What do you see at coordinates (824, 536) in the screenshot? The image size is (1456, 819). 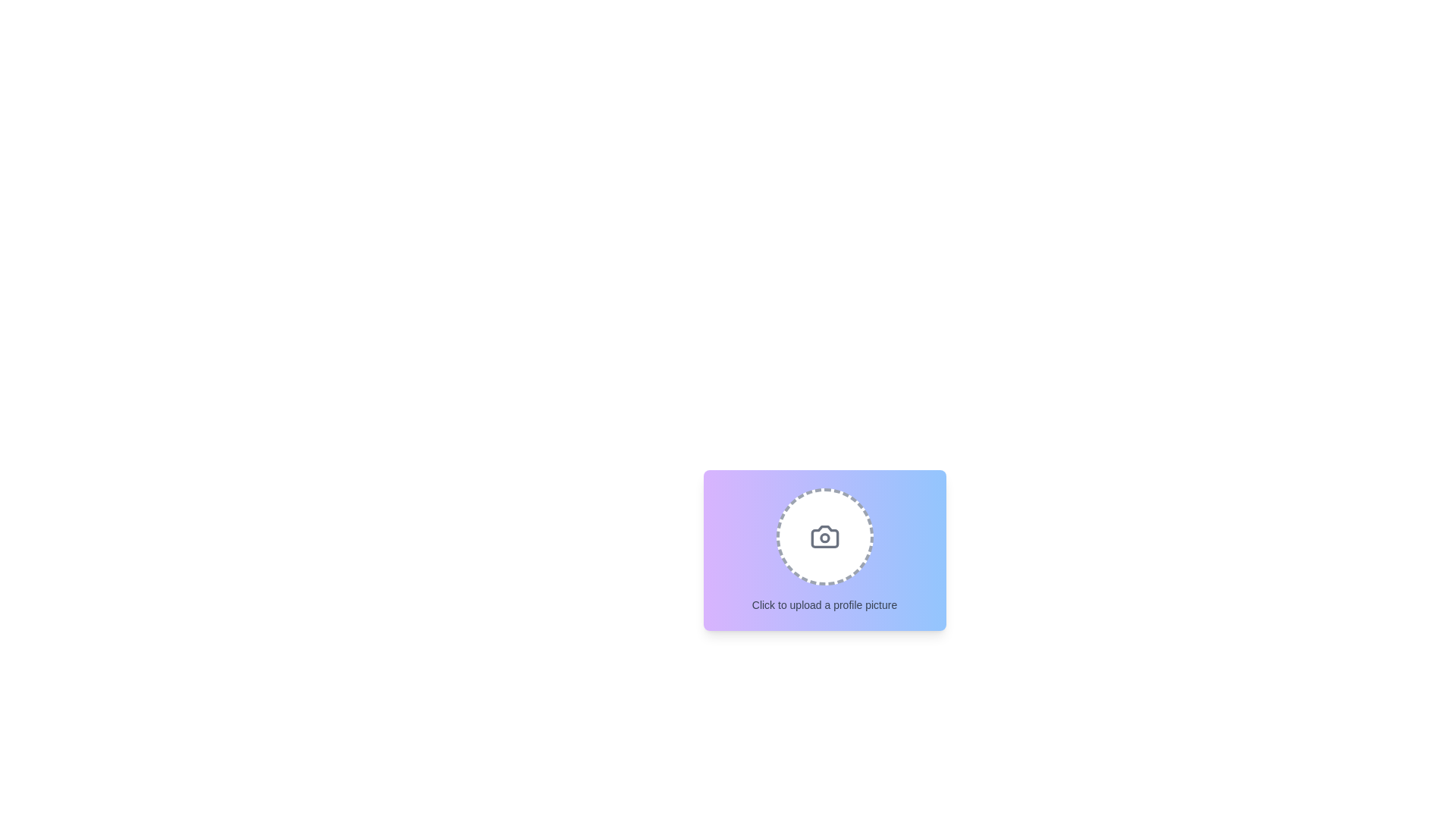 I see `the camera icon located centrally within the dashed circular area of the profile picture uploader interface` at bounding box center [824, 536].